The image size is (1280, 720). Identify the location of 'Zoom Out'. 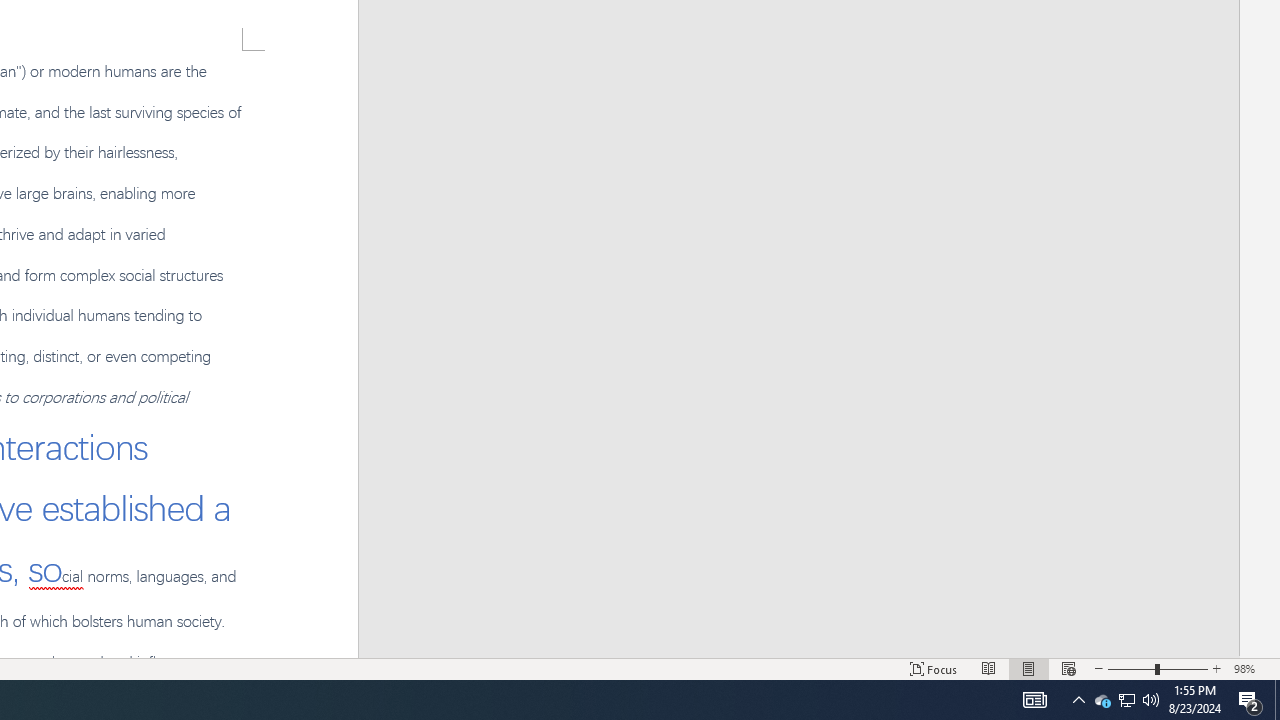
(1131, 669).